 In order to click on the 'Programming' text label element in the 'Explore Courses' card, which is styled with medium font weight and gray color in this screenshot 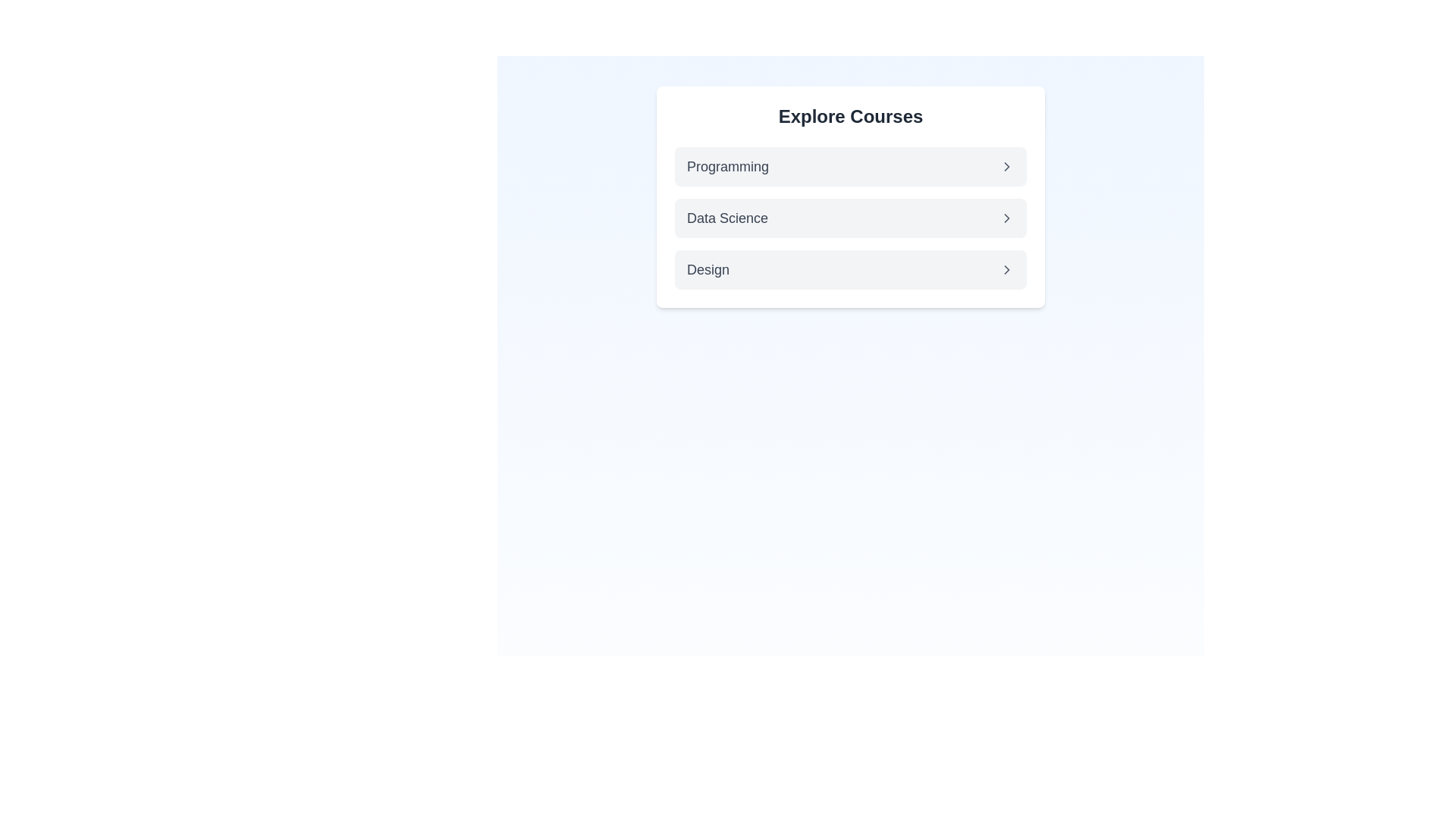, I will do `click(728, 166)`.